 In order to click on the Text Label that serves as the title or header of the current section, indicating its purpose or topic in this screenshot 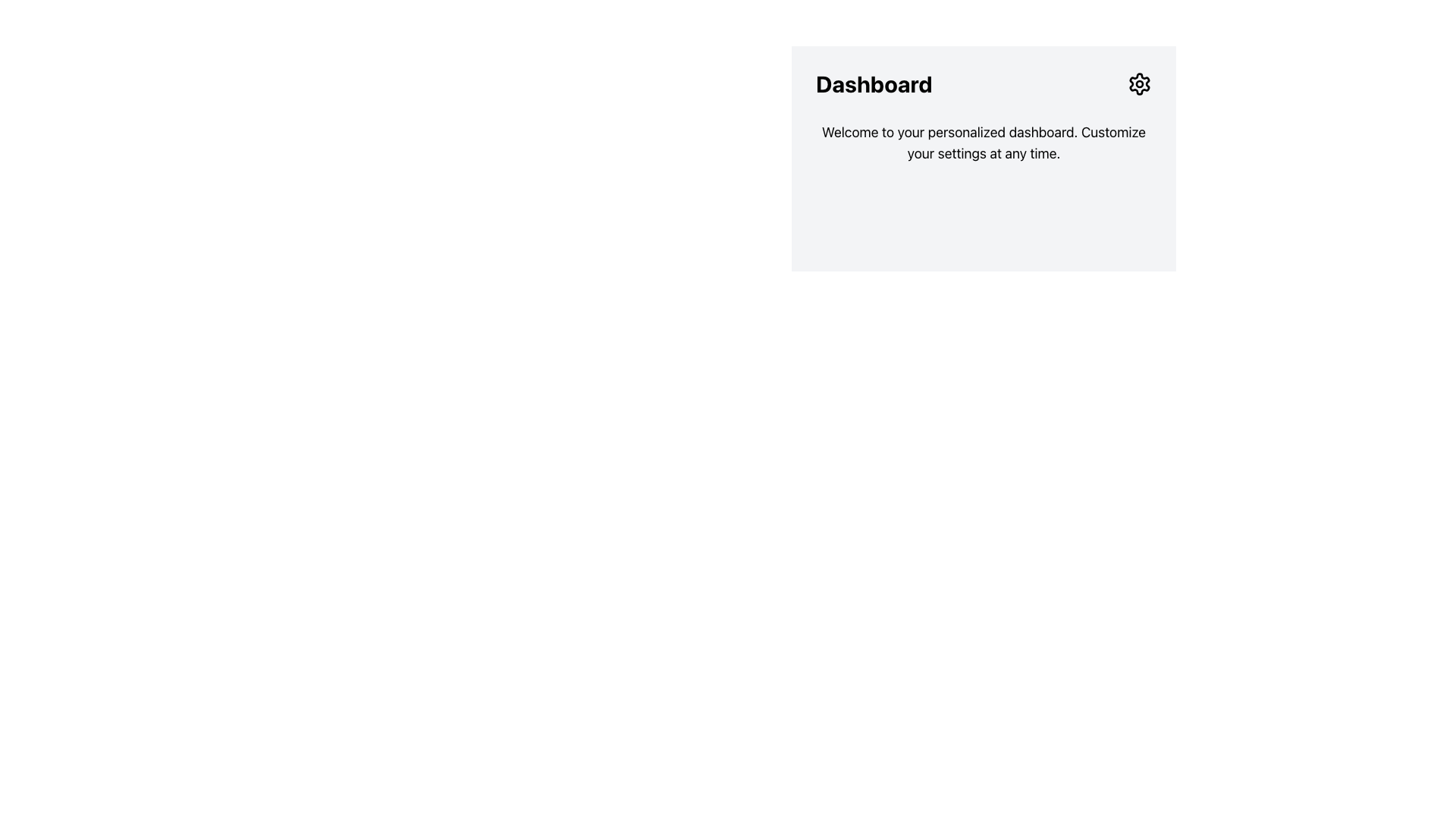, I will do `click(874, 84)`.